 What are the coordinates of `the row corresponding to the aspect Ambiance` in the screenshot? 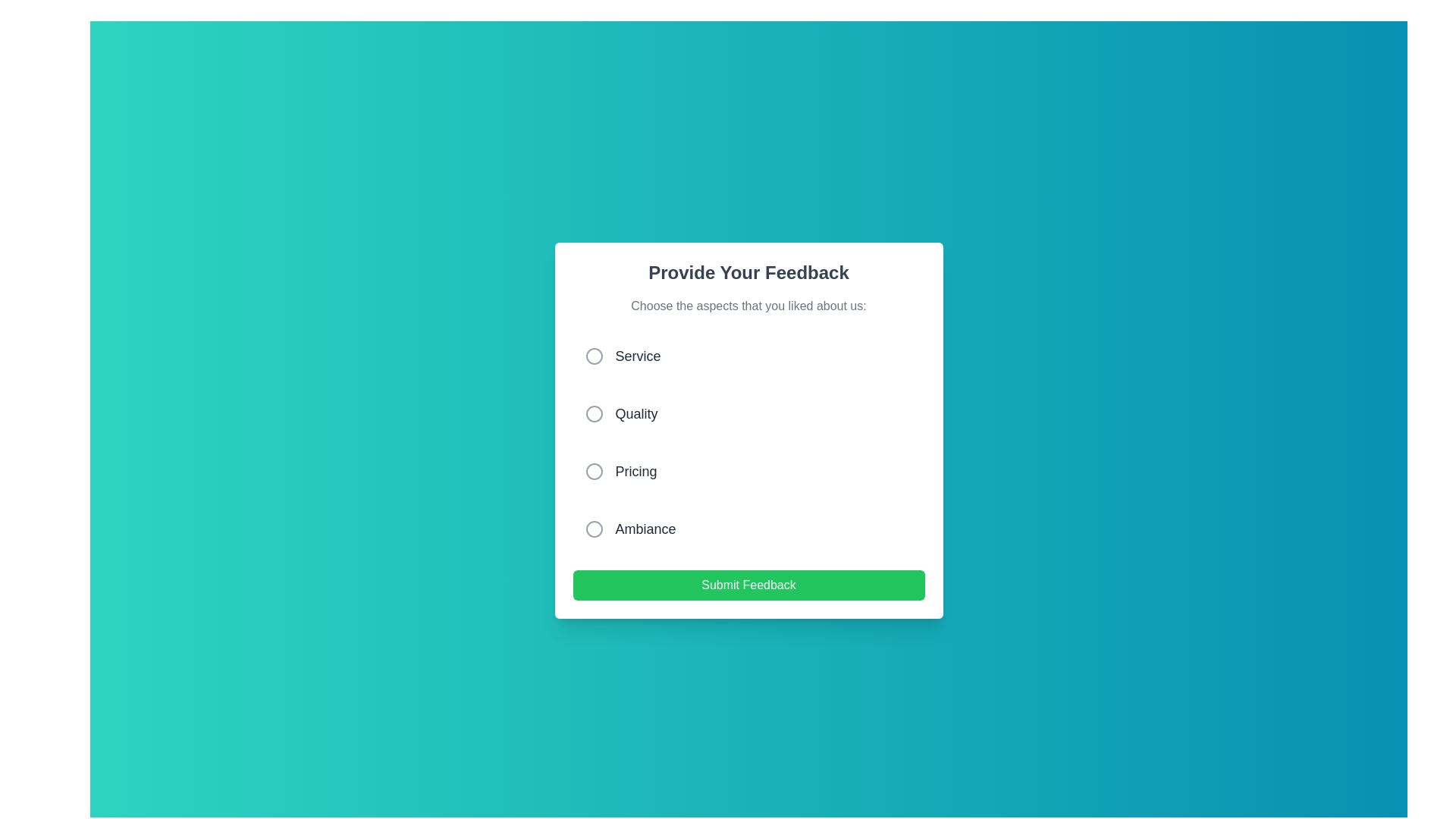 It's located at (748, 529).